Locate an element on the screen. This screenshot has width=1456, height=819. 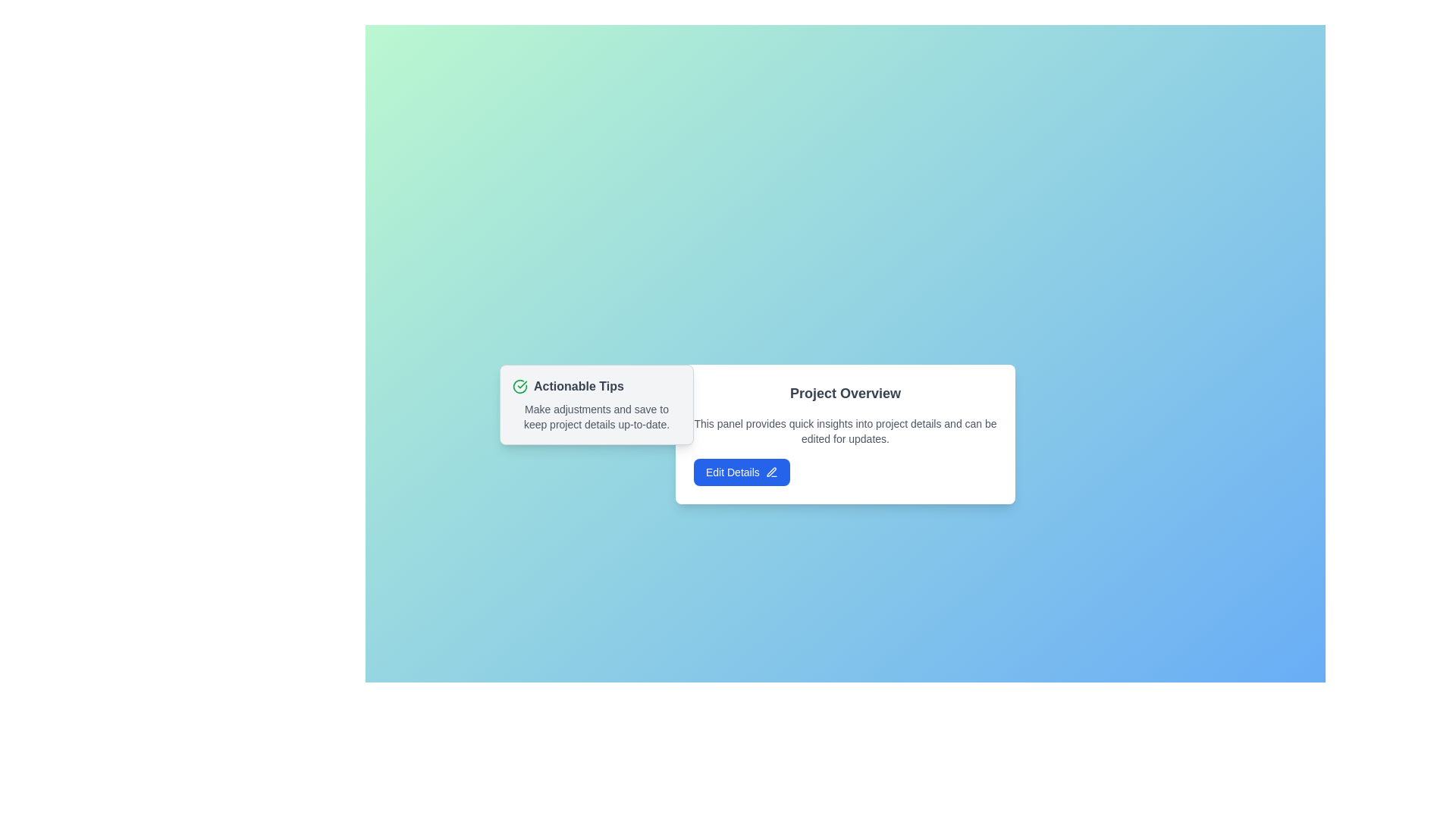
the text display containing the message 'This panel provides quick insights into project details and can be edited for updates.' which is styled in light gray and positioned below the 'Project Overview' heading is located at coordinates (844, 431).